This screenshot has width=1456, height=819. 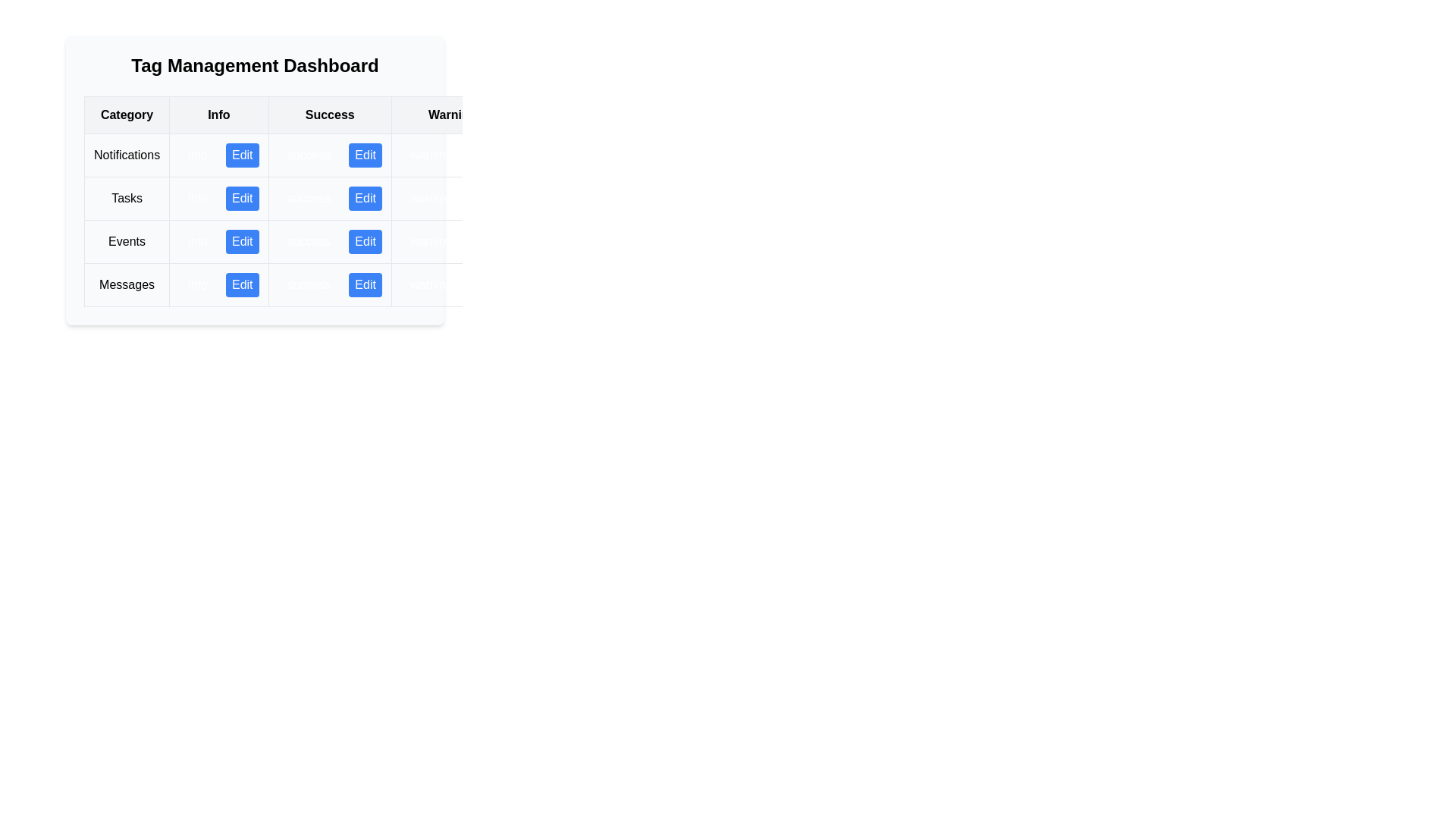 What do you see at coordinates (350, 201) in the screenshot?
I see `the bright blue 'Edit' button with rounded corners located in the 'Success' column of the 'Tasks' row within the grid-based interface` at bounding box center [350, 201].